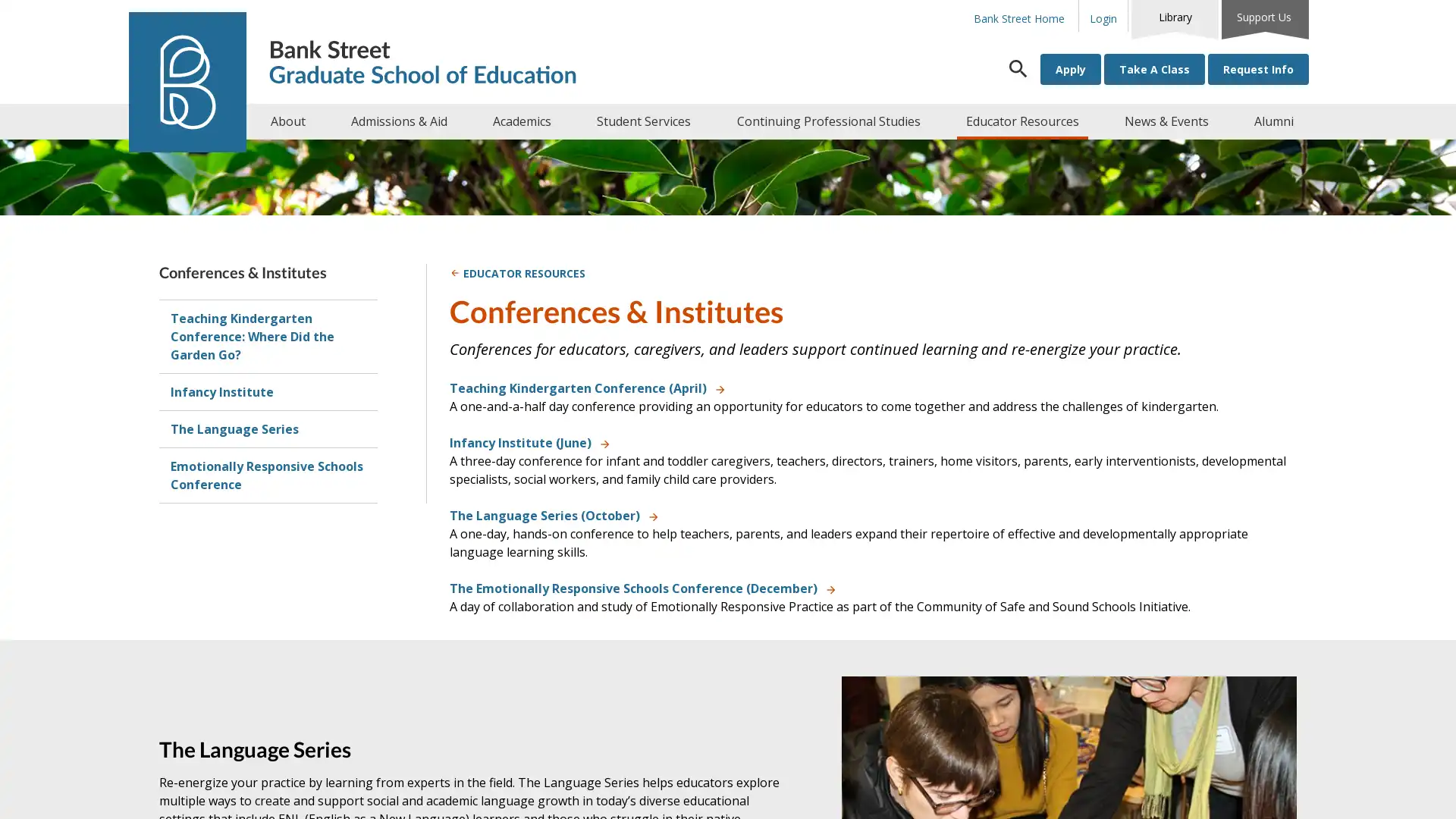 The image size is (1456, 819). Describe the element at coordinates (522, 121) in the screenshot. I see `Academics` at that location.